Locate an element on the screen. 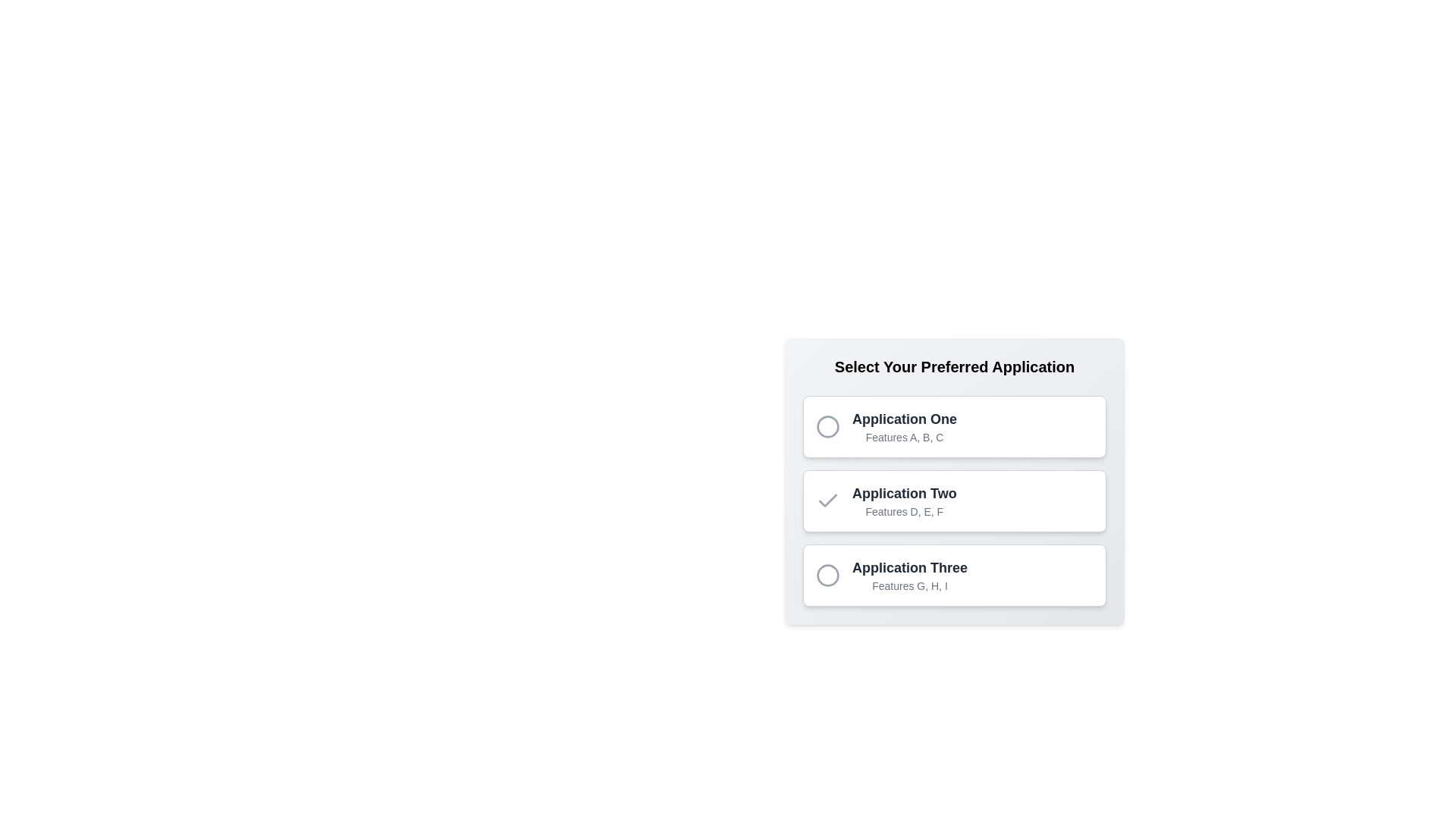  text label providing additional descriptive information about 'Application One', which is located immediately below the main title 'Application One' is located at coordinates (905, 438).